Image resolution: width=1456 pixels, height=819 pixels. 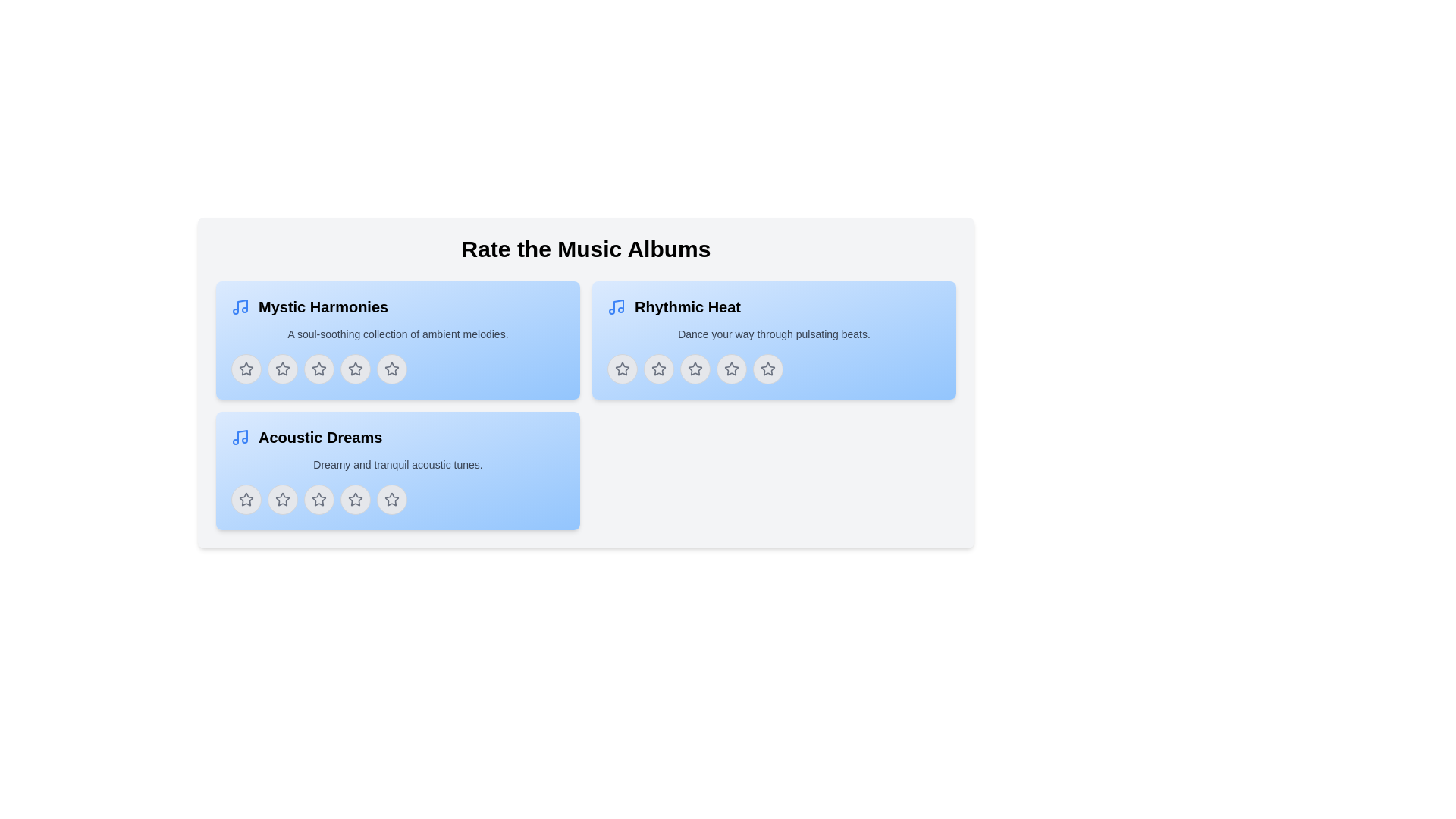 I want to click on the first star in the rating row for the 'Rhythmic Heat' album to rate it, so click(x=622, y=369).